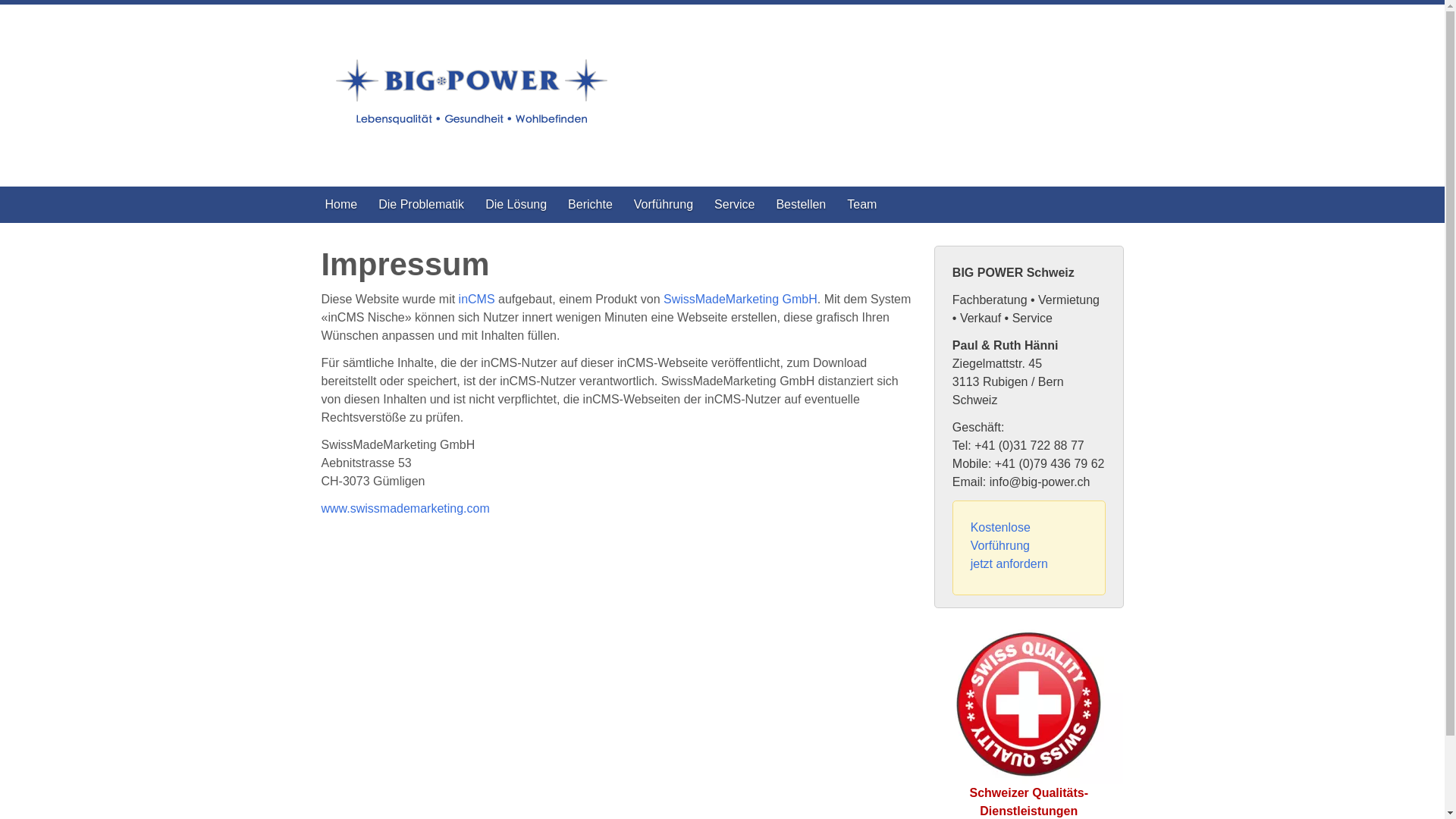  I want to click on 'www.swissmademarketing.com', so click(320, 508).